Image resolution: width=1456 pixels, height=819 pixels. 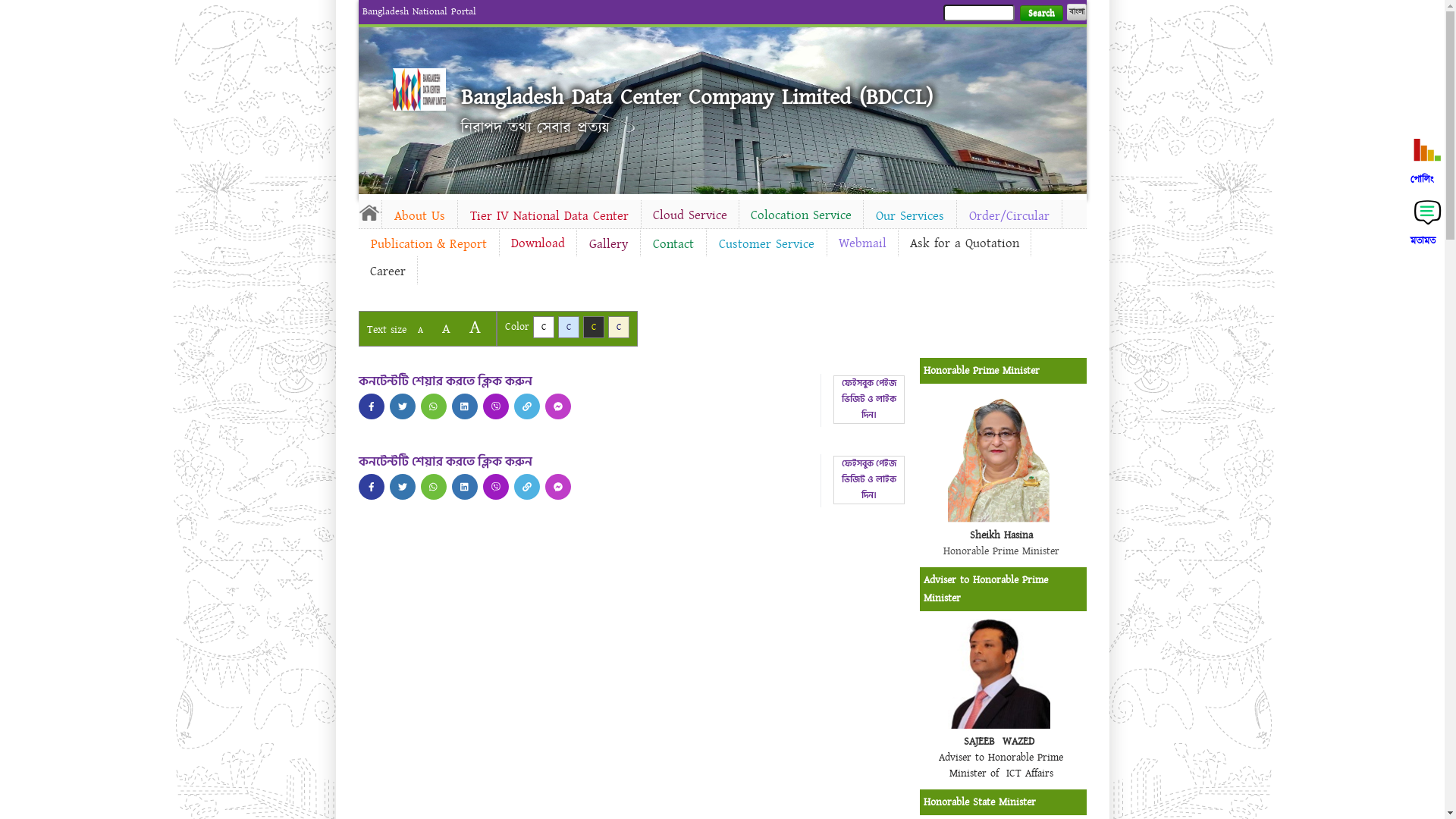 What do you see at coordinates (567, 326) in the screenshot?
I see `'C'` at bounding box center [567, 326].